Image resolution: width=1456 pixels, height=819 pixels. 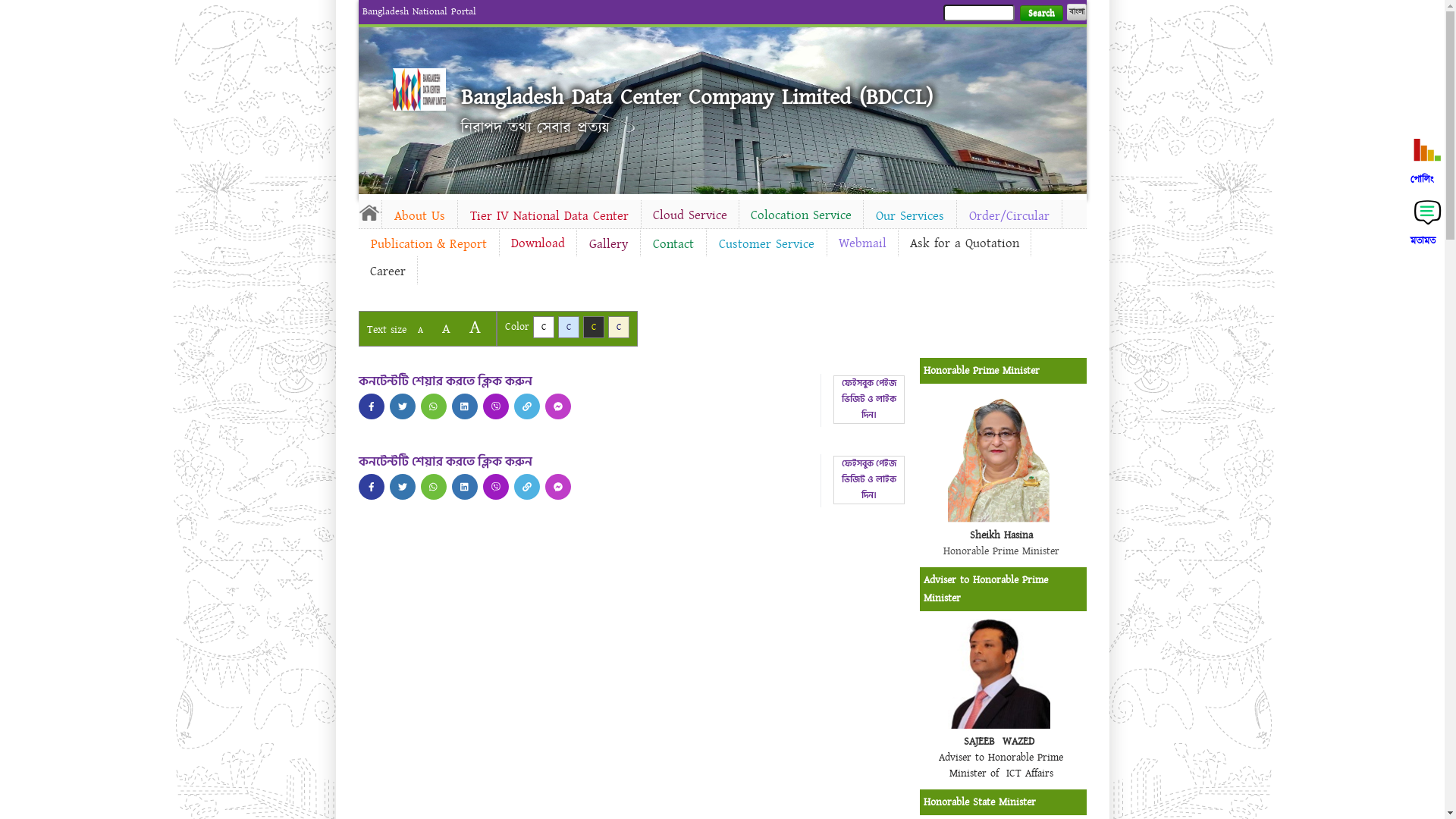 What do you see at coordinates (567, 326) in the screenshot?
I see `'C'` at bounding box center [567, 326].